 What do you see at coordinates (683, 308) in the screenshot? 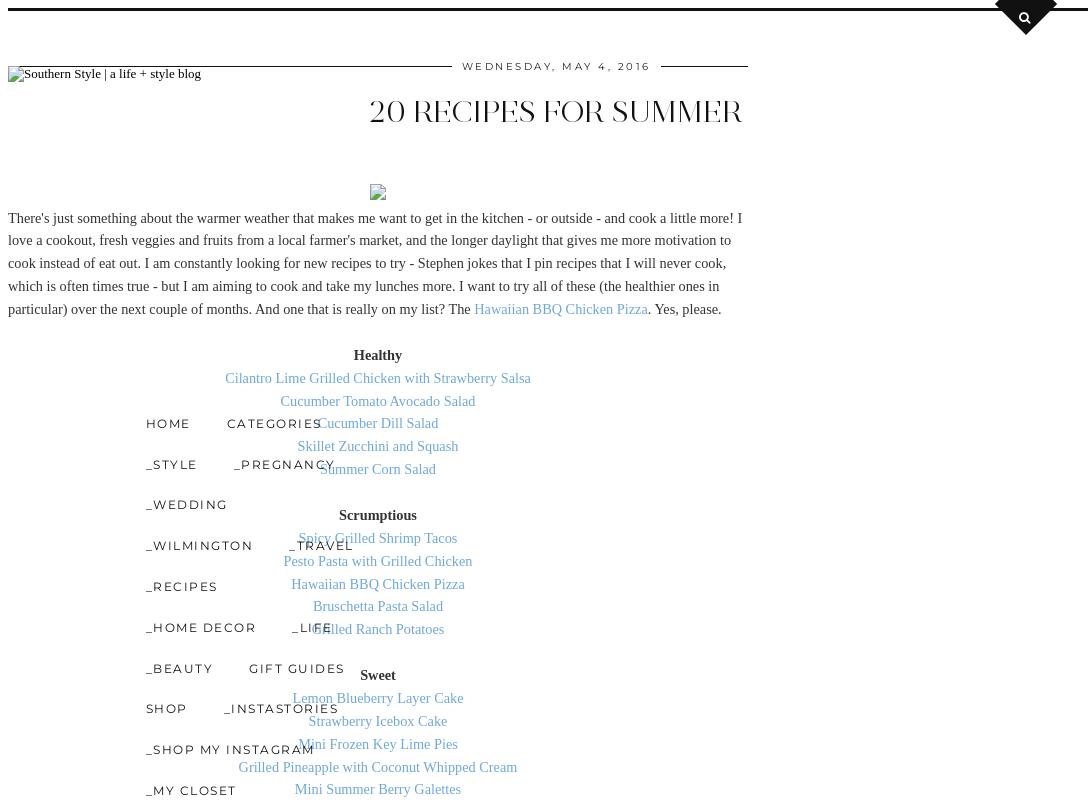
I see `'. Yes, please.'` at bounding box center [683, 308].